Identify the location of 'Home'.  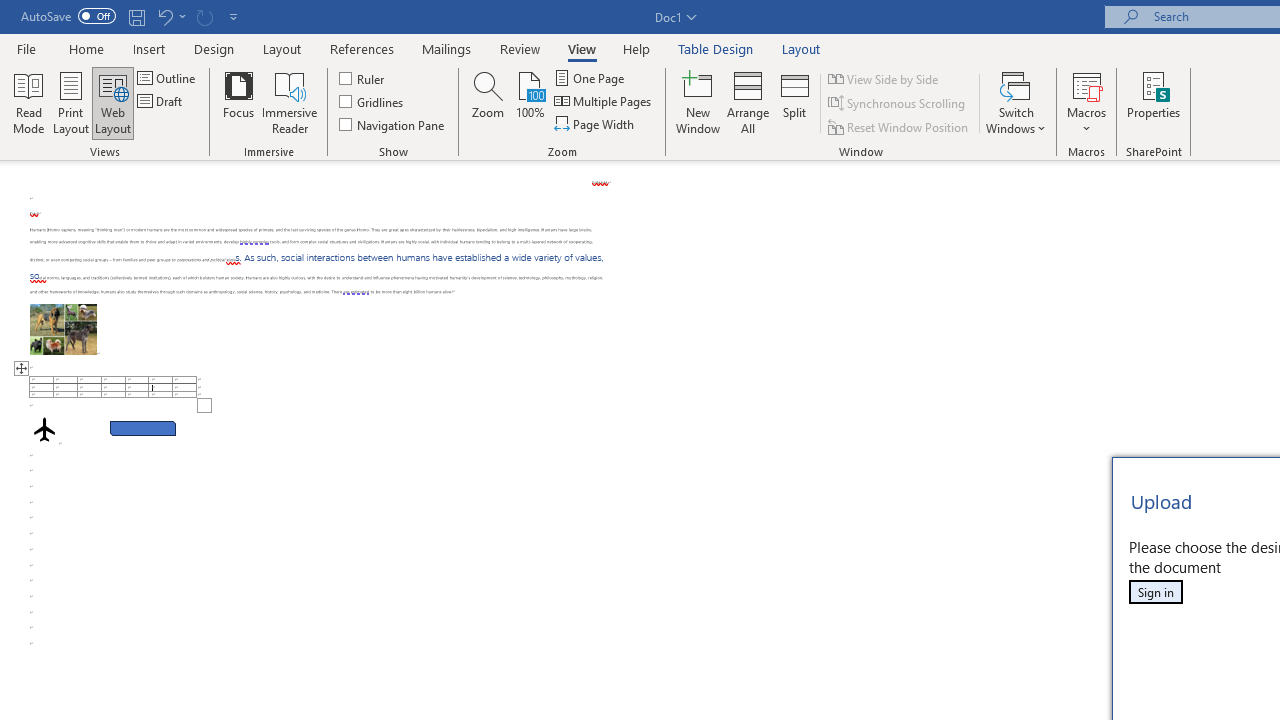
(85, 48).